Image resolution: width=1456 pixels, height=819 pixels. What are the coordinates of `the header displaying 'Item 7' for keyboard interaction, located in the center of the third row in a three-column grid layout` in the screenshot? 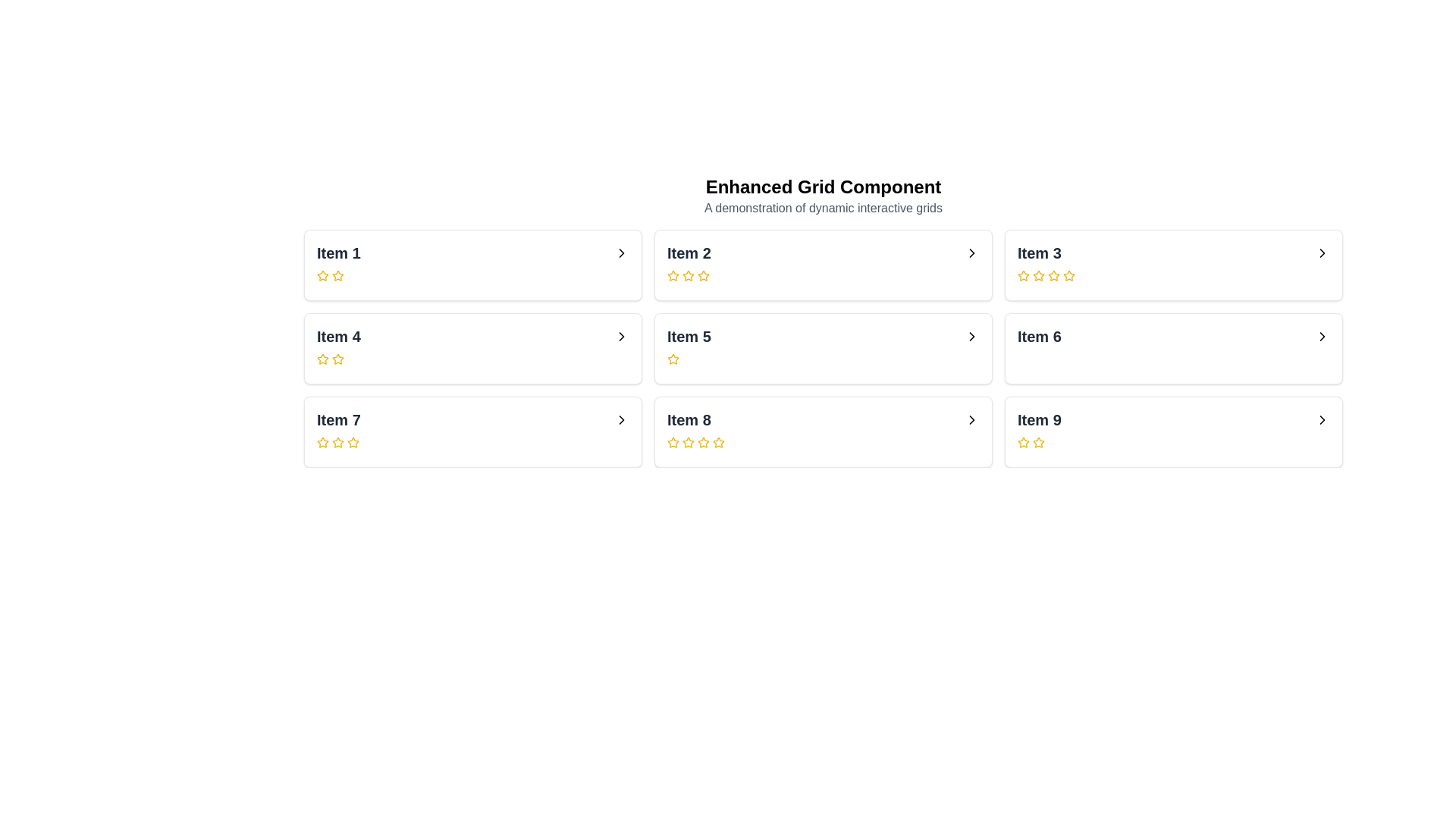 It's located at (472, 420).